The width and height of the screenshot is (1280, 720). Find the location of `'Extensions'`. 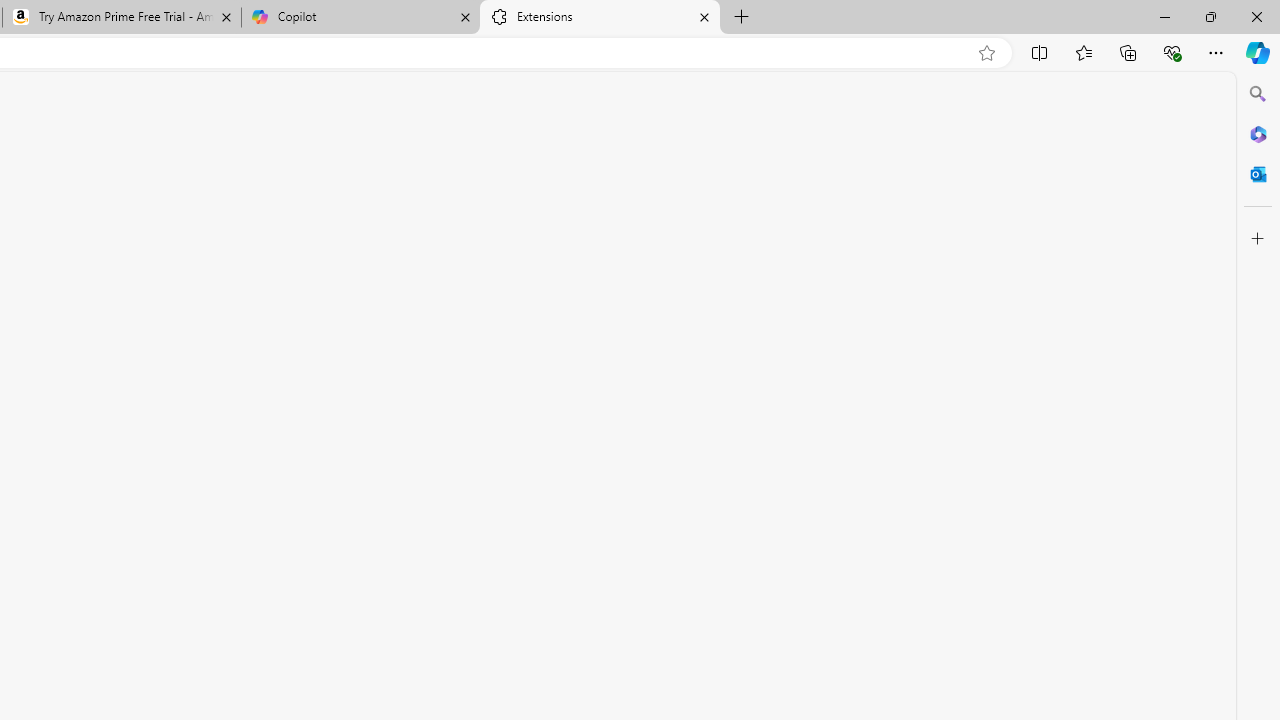

'Extensions' is located at coordinates (599, 17).